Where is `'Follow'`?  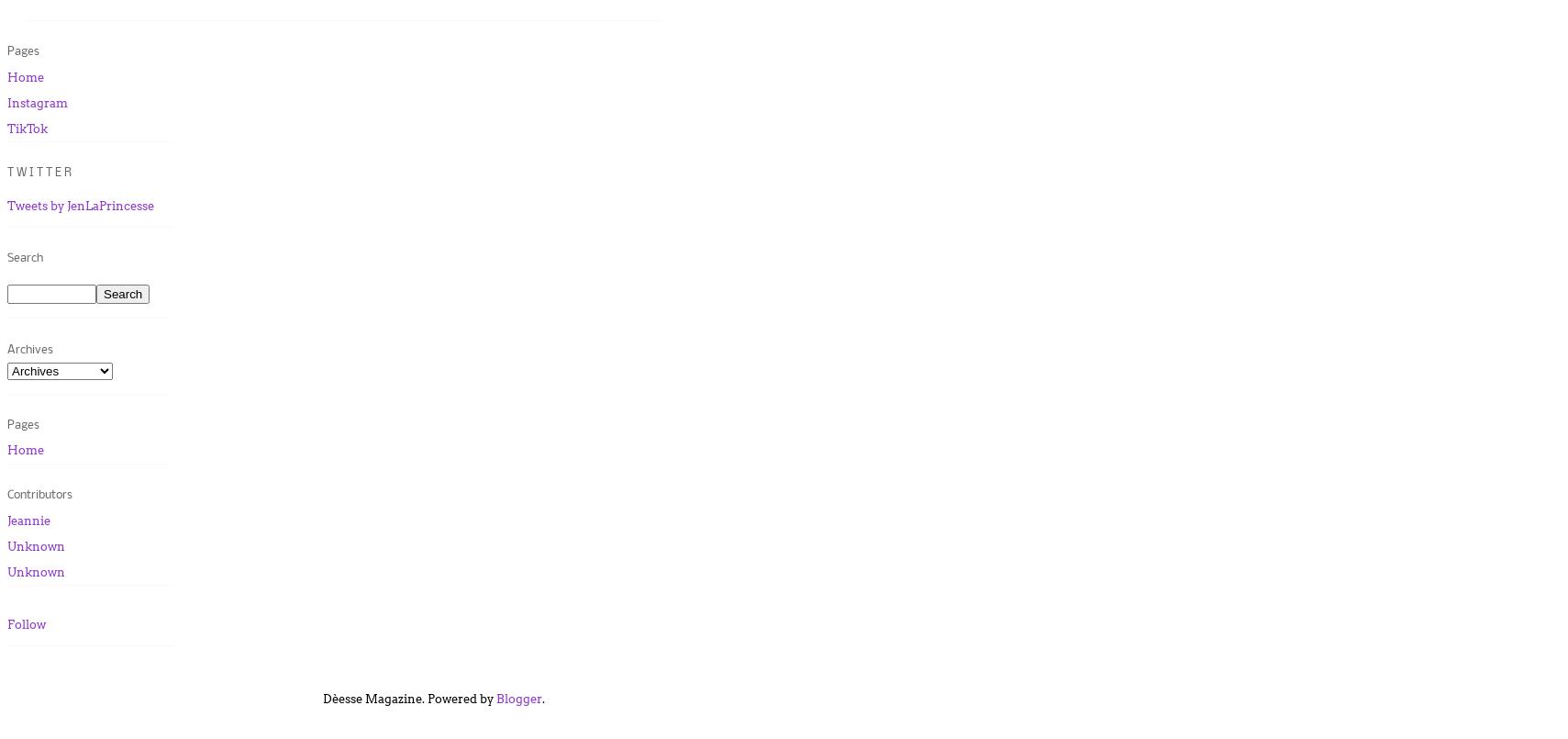 'Follow' is located at coordinates (26, 623).